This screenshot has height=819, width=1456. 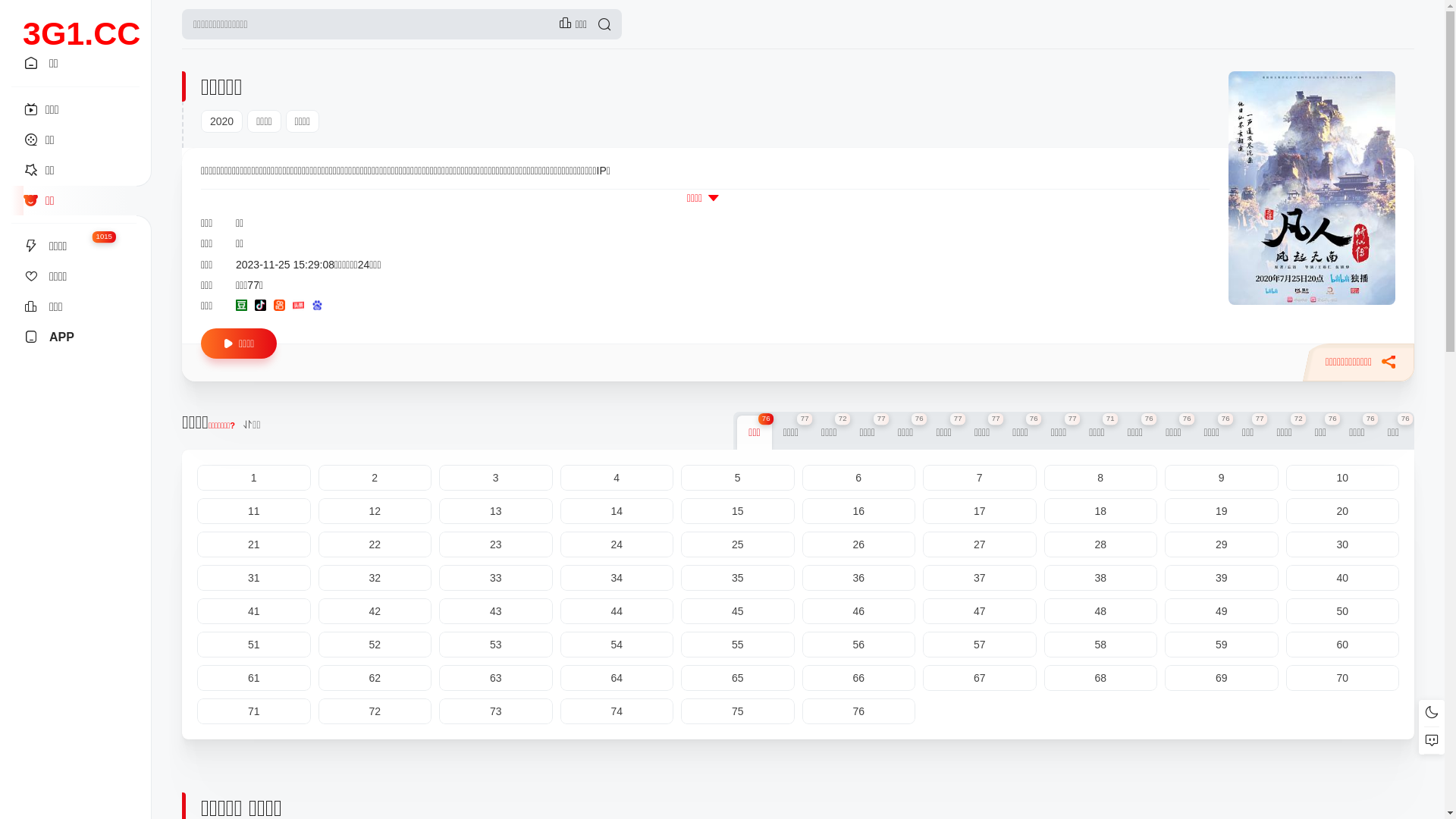 What do you see at coordinates (1222, 476) in the screenshot?
I see `'9'` at bounding box center [1222, 476].